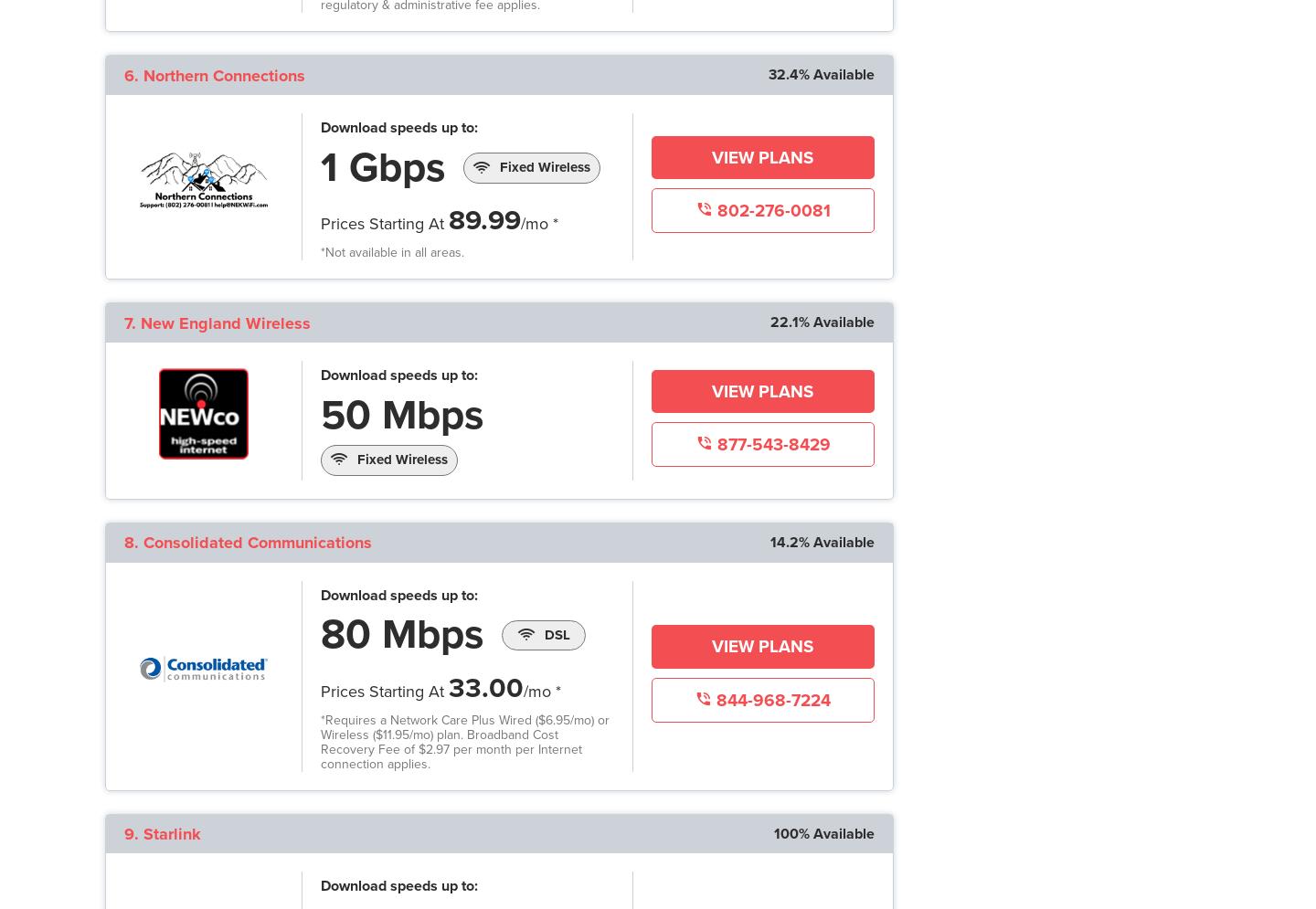 This screenshot has width=1316, height=909. What do you see at coordinates (820, 322) in the screenshot?
I see `'22.1% Available'` at bounding box center [820, 322].